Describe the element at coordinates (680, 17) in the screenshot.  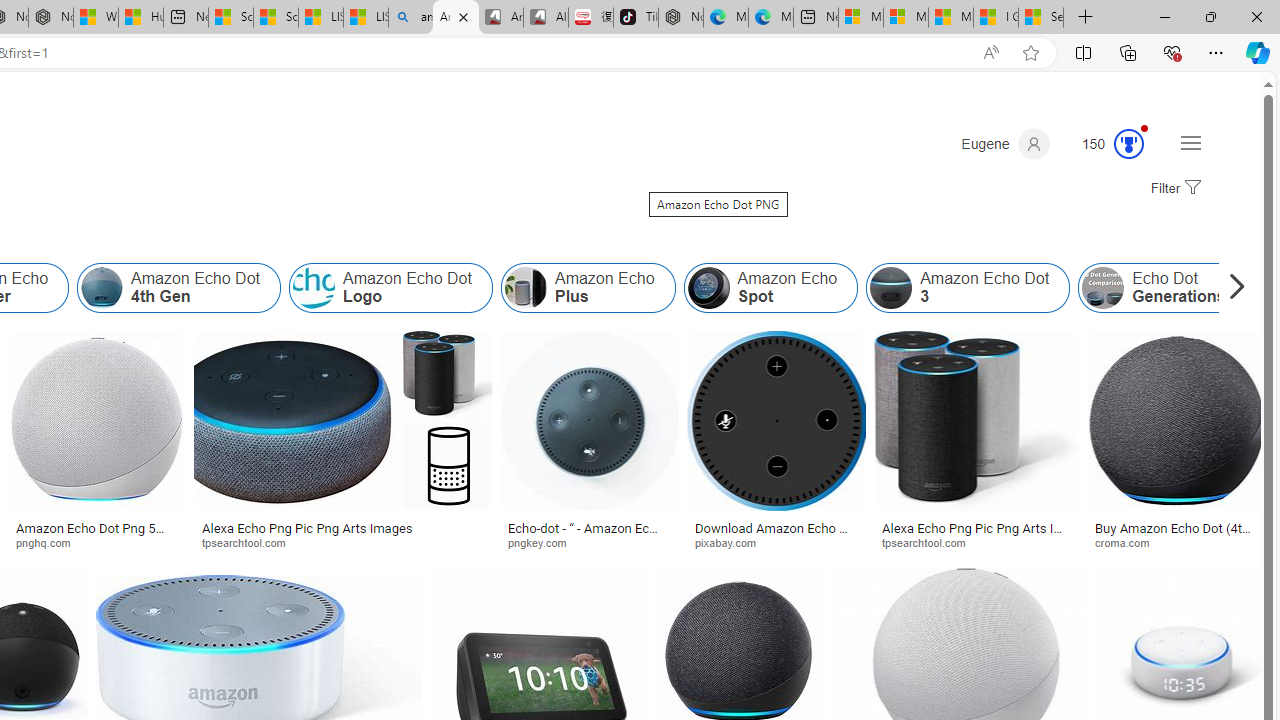
I see `'Nordace - Best Sellers'` at that location.